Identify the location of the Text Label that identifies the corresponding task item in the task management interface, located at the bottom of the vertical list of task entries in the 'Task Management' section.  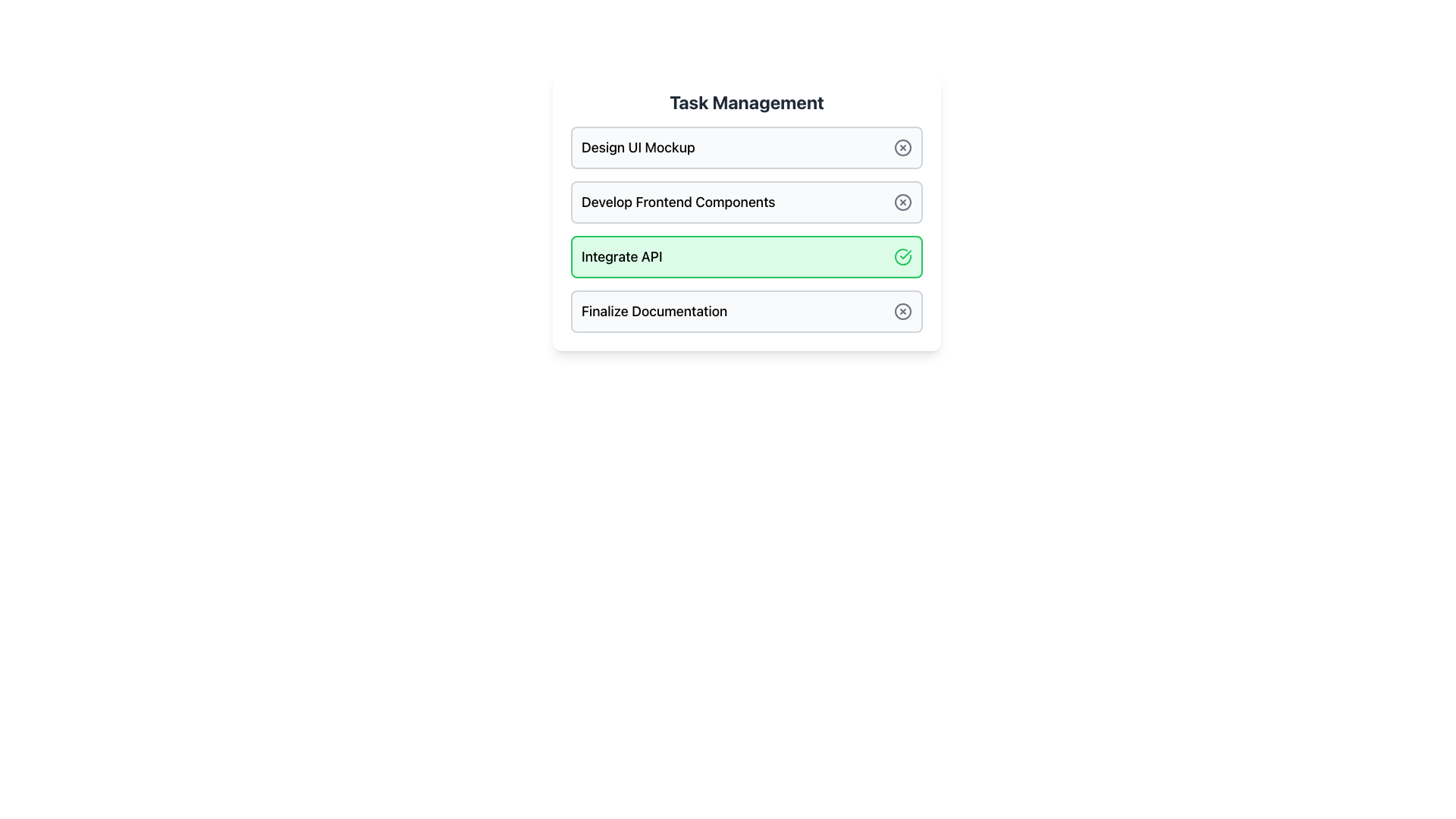
(654, 311).